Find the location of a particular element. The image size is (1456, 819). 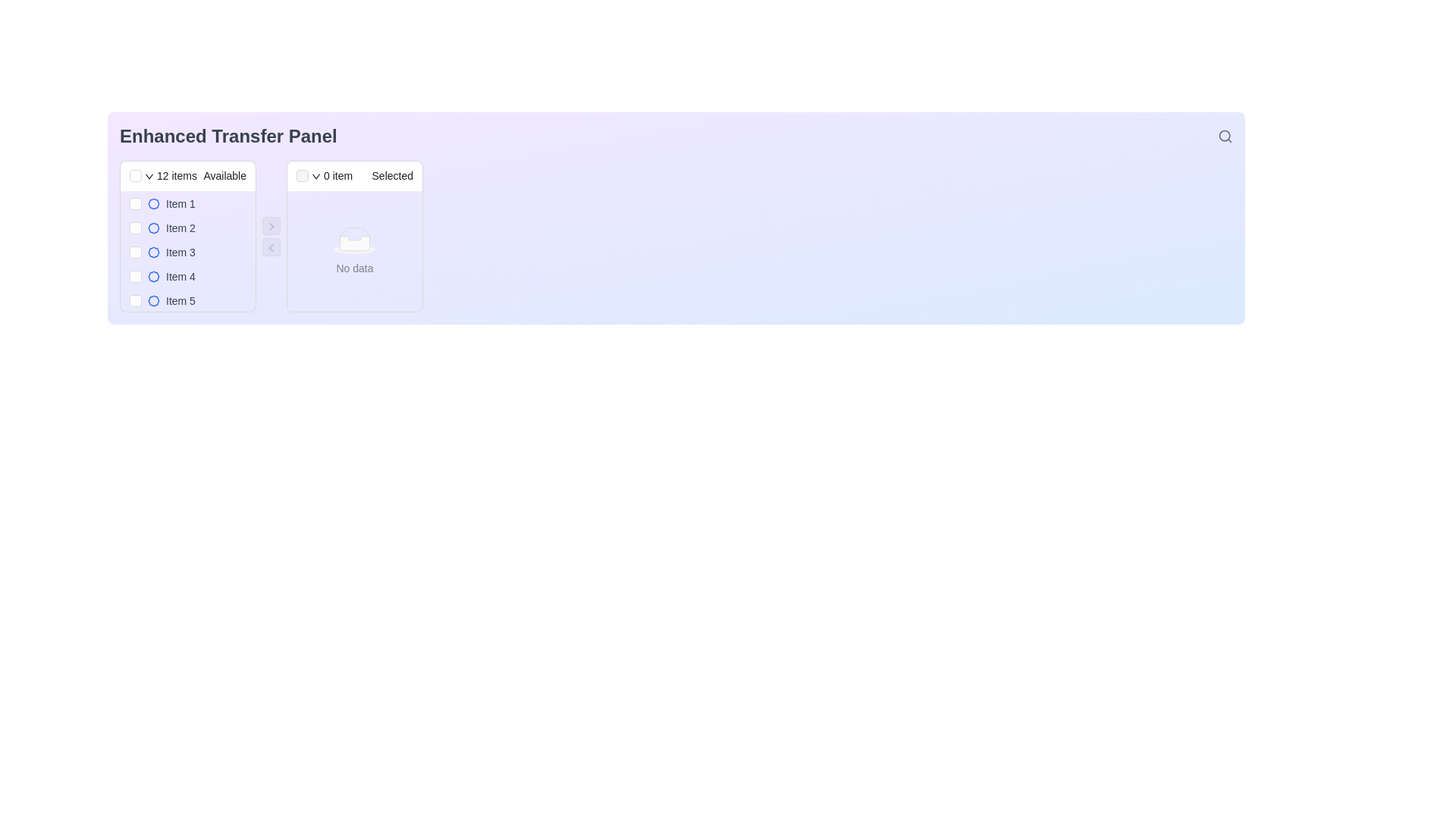

the transfer button located vertically between the left and right list panels in the center of the enhanced transfer panel layout to transfer selected items is located at coordinates (271, 225).